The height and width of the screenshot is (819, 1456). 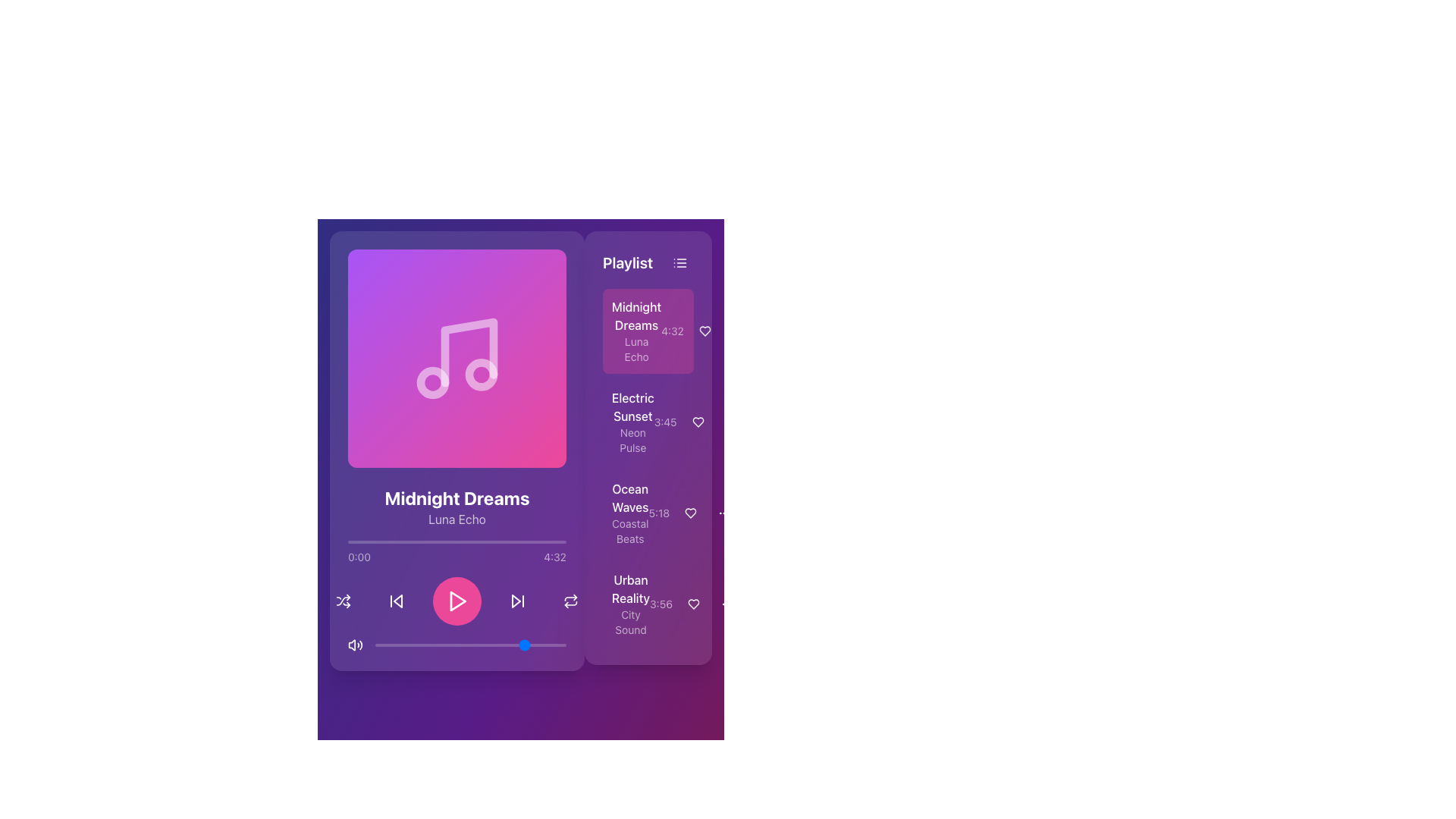 I want to click on the icon button with two opposing arrows forming a circular loop, located in the bottom-right corner of the music player interface, so click(x=570, y=601).